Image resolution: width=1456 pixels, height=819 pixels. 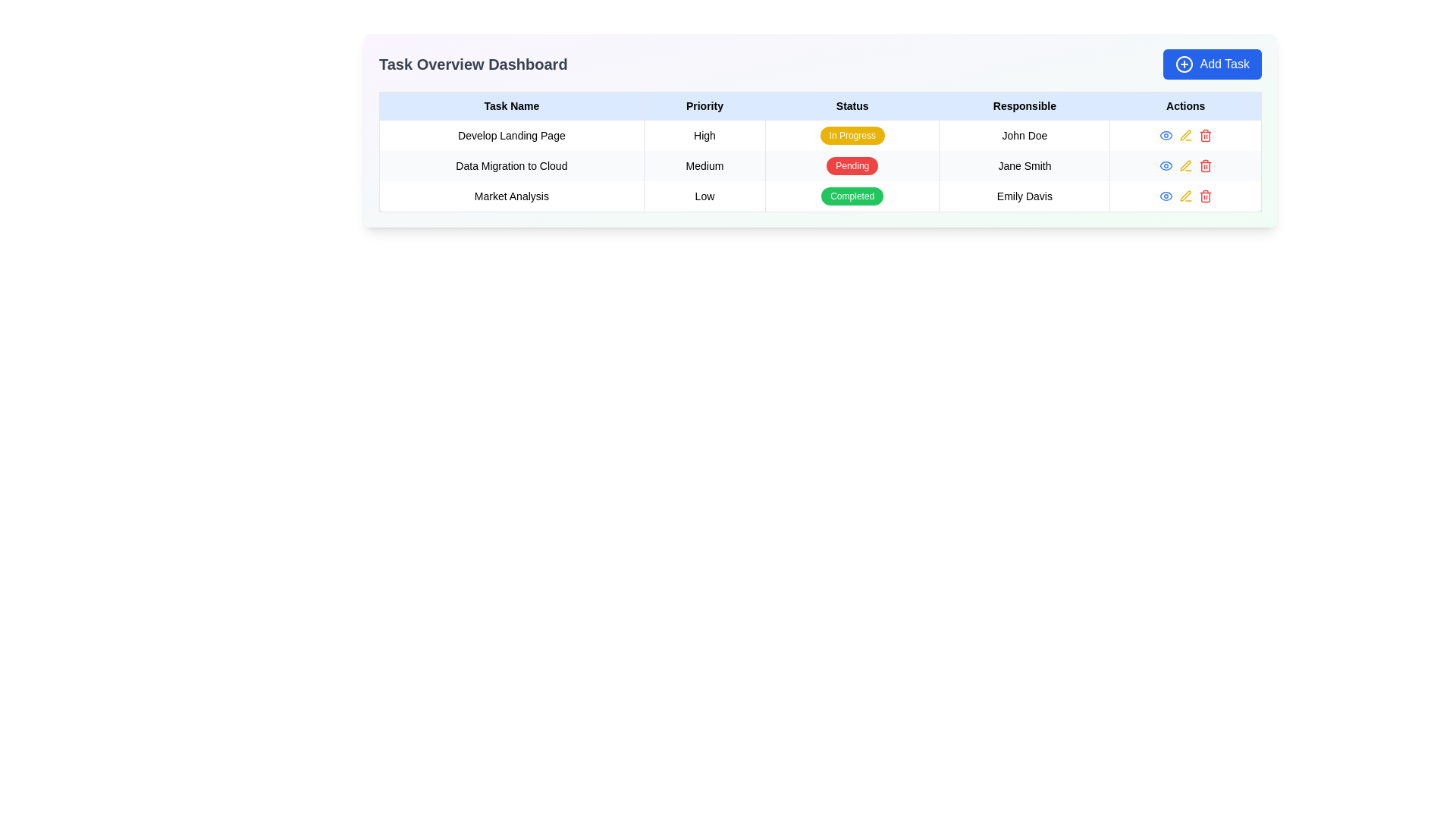 What do you see at coordinates (852, 134) in the screenshot?
I see `the 'In Progress' status label located in the 'Status' column of the first row of the task overview table` at bounding box center [852, 134].